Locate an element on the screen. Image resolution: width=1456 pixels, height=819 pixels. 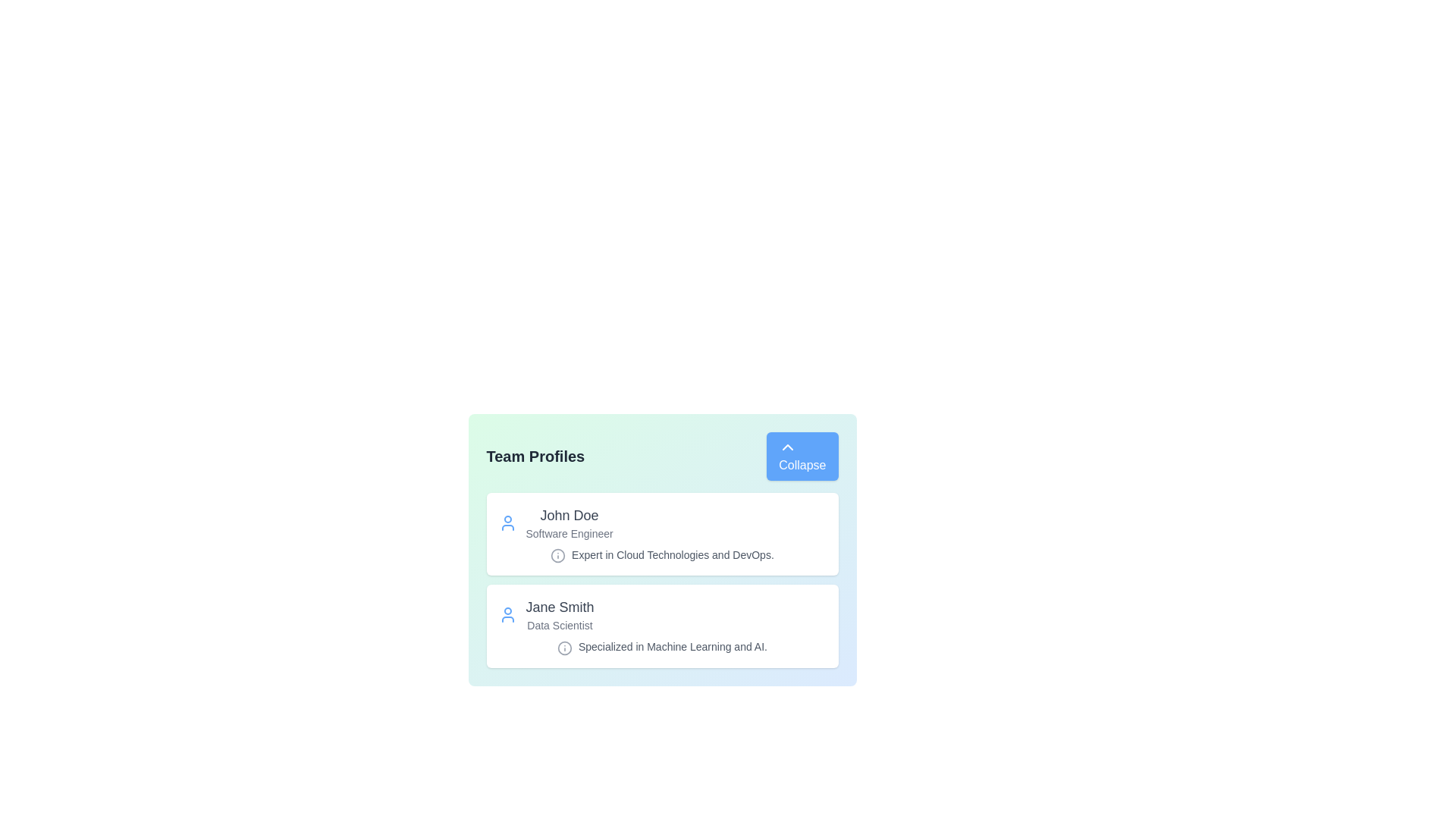
the profile details for Jane Smith is located at coordinates (662, 626).